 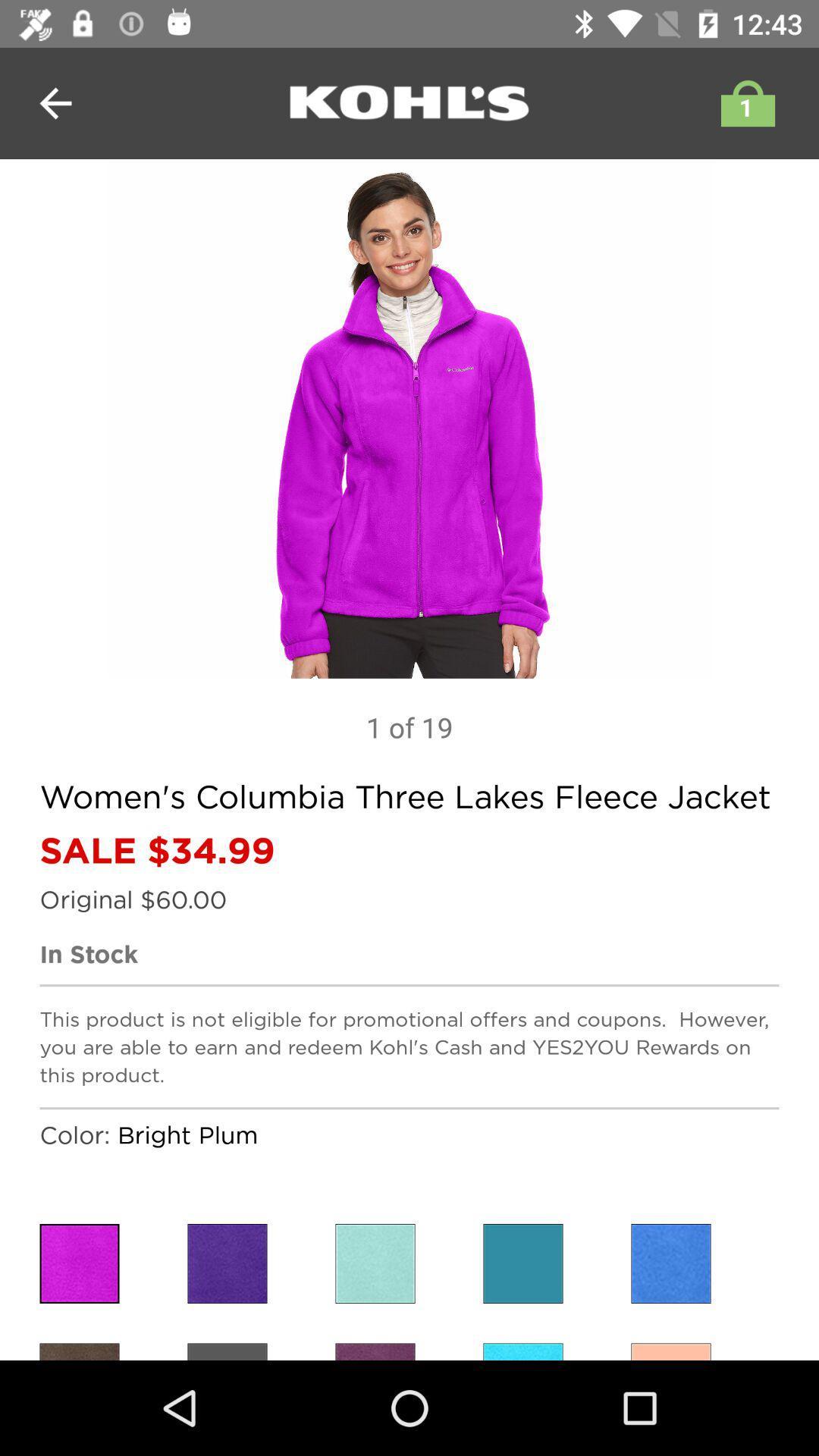 I want to click on choose color selection, so click(x=670, y=1263).